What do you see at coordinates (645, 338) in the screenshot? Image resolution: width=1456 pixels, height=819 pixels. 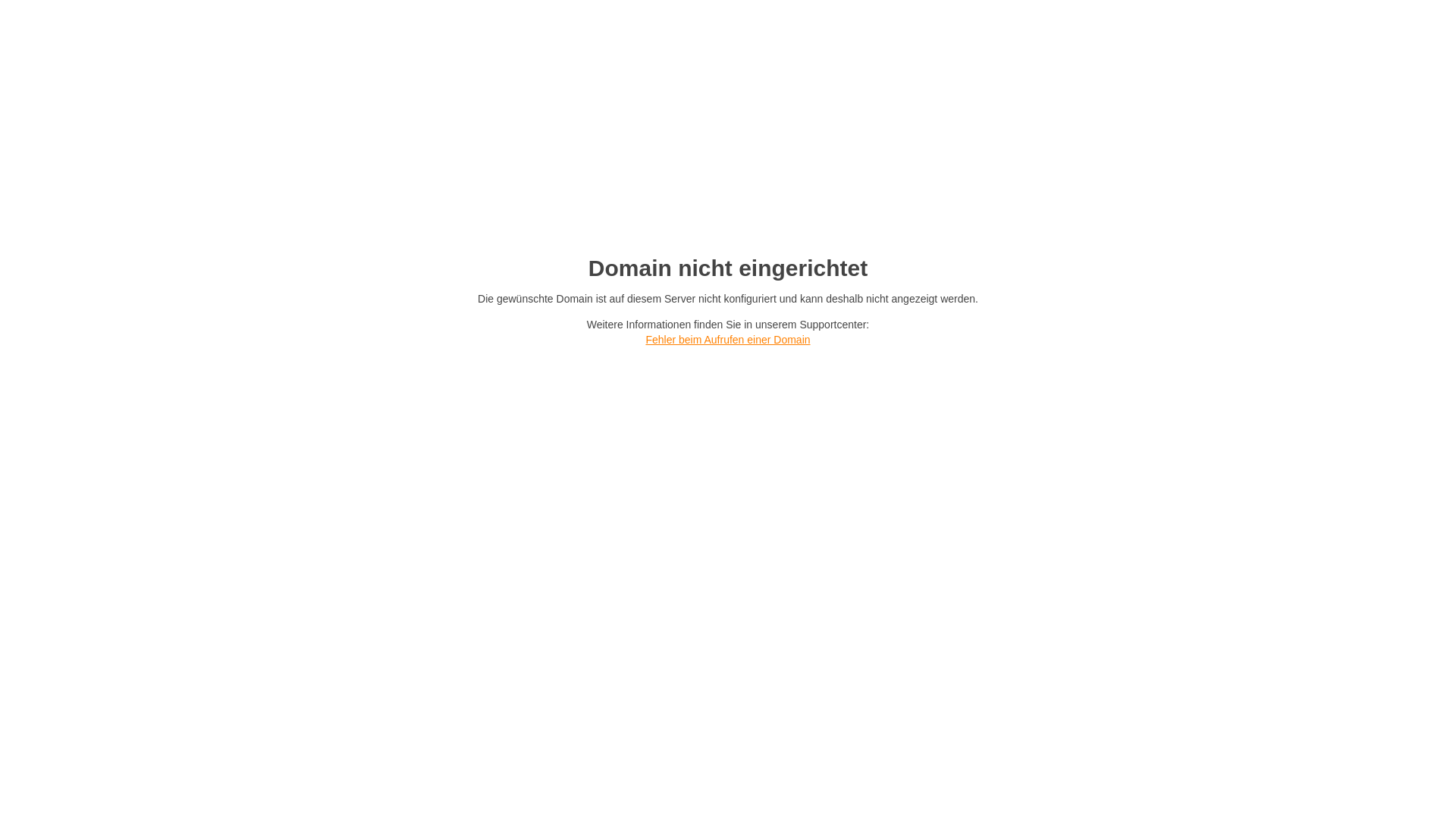 I see `'Fehler beim Aufrufen einer Domain'` at bounding box center [645, 338].